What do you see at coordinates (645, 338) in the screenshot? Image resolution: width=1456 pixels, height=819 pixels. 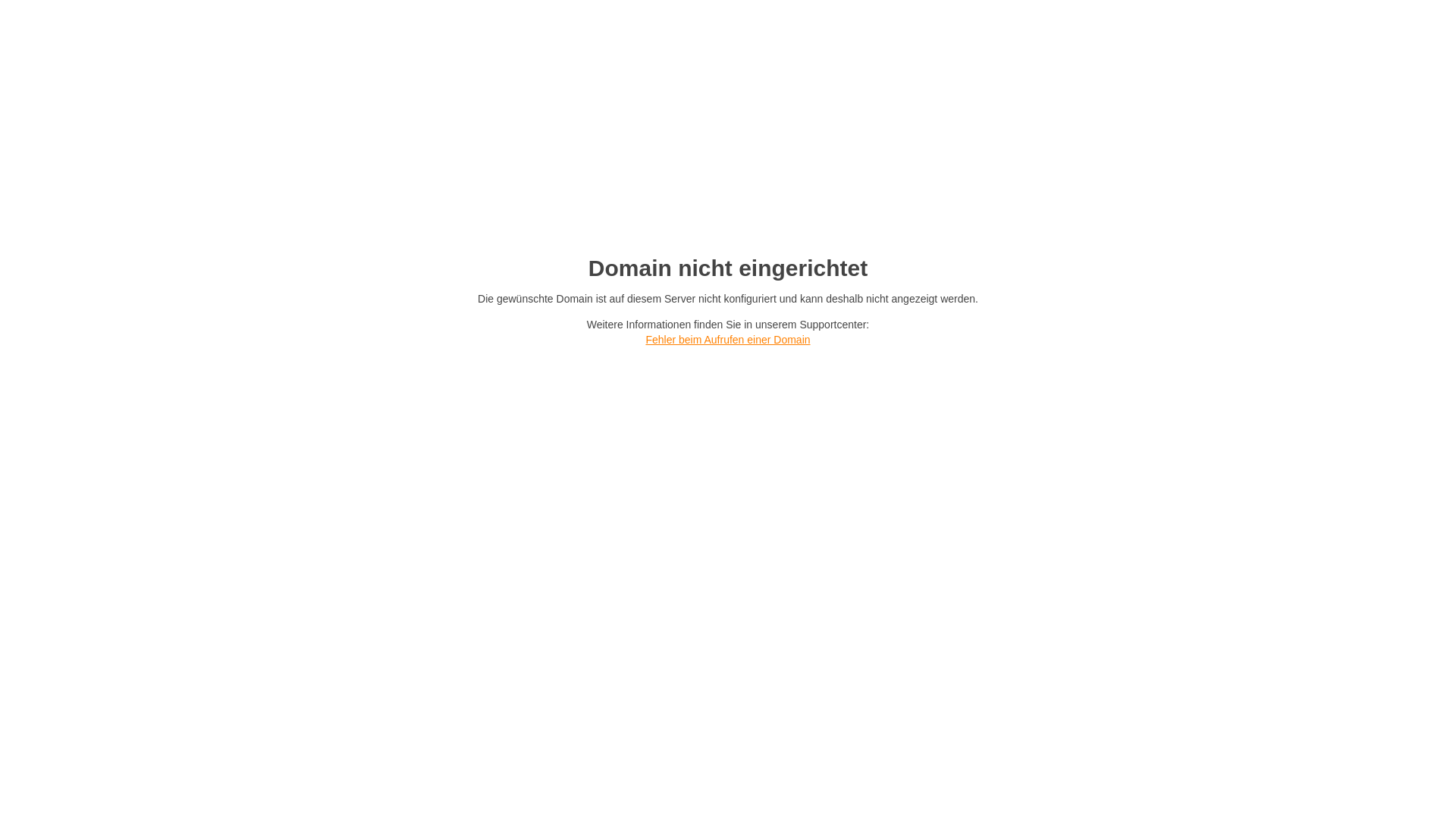 I see `'Fehler beim Aufrufen einer Domain'` at bounding box center [645, 338].